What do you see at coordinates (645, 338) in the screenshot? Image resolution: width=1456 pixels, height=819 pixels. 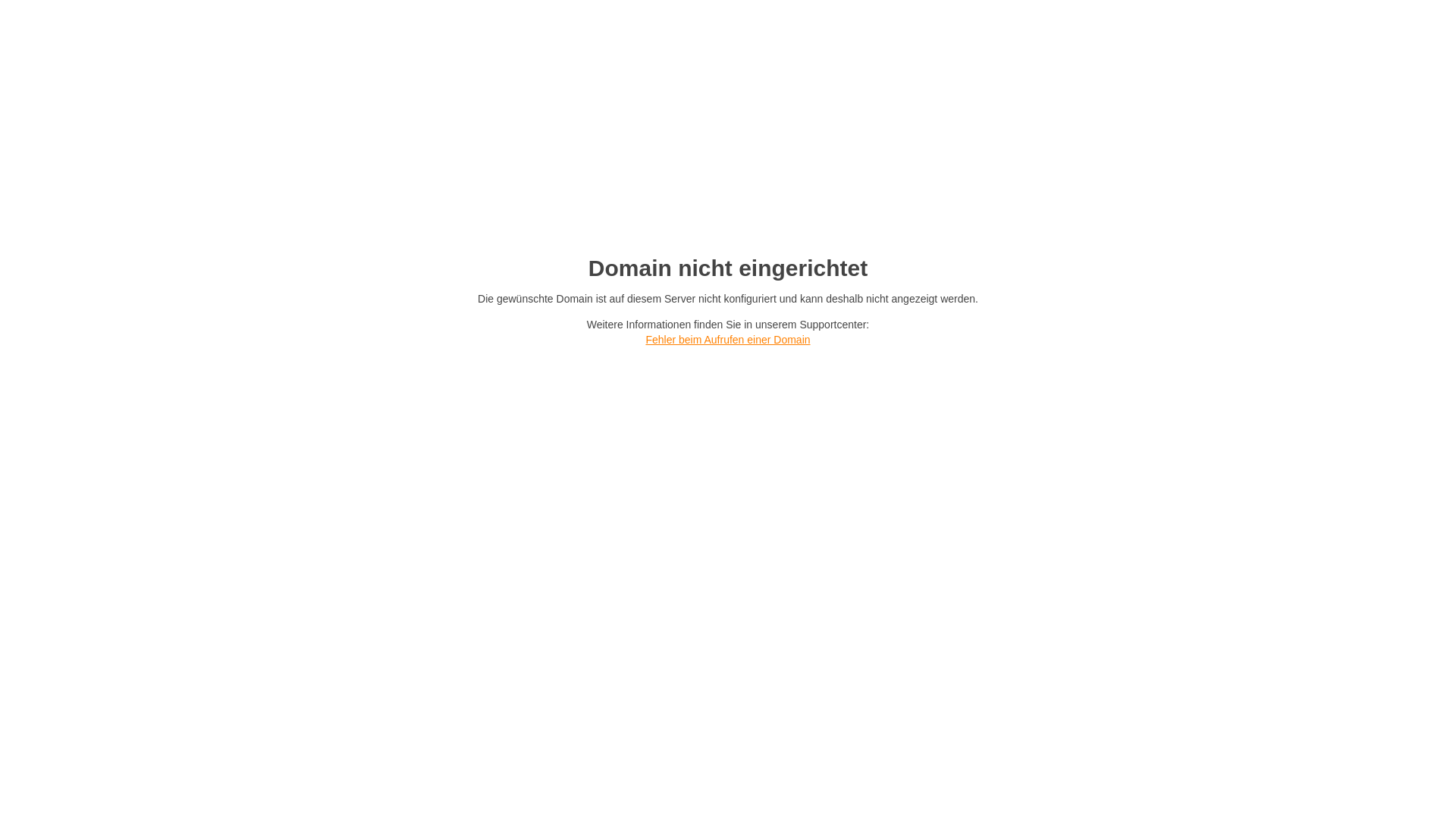 I see `'Fehler beim Aufrufen einer Domain'` at bounding box center [645, 338].